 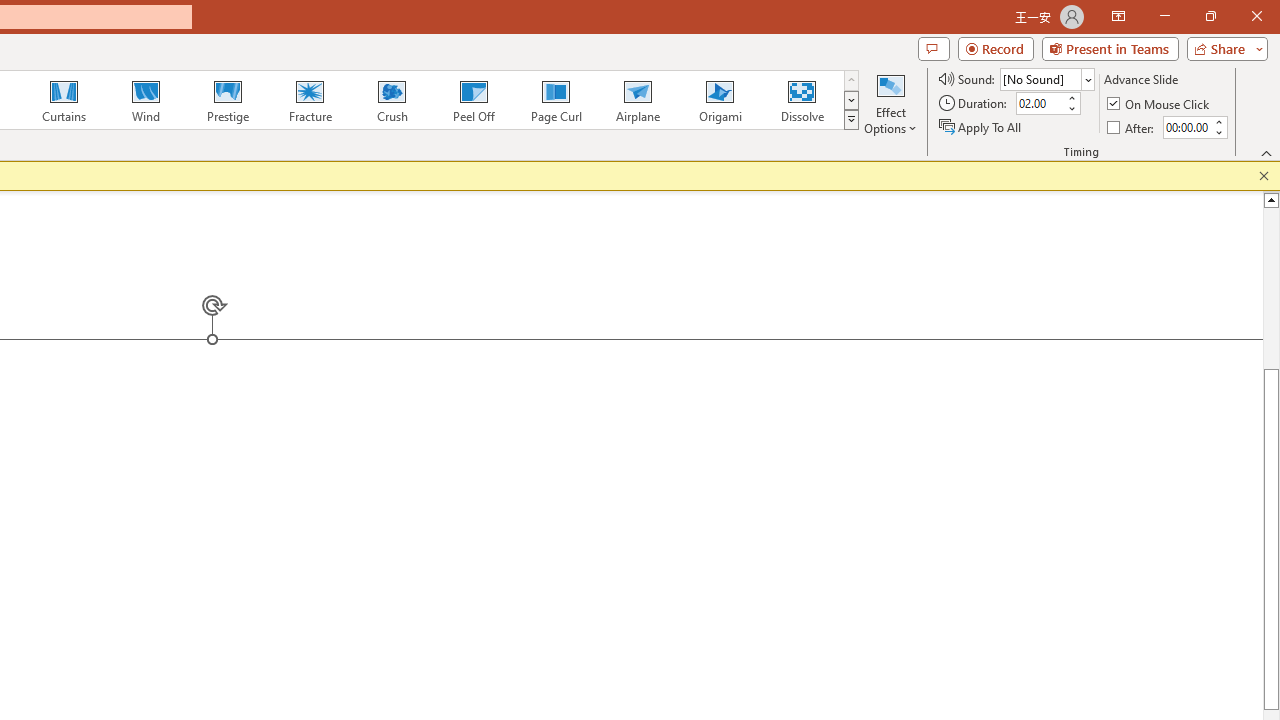 What do you see at coordinates (1046, 78) in the screenshot?
I see `'Sound'` at bounding box center [1046, 78].